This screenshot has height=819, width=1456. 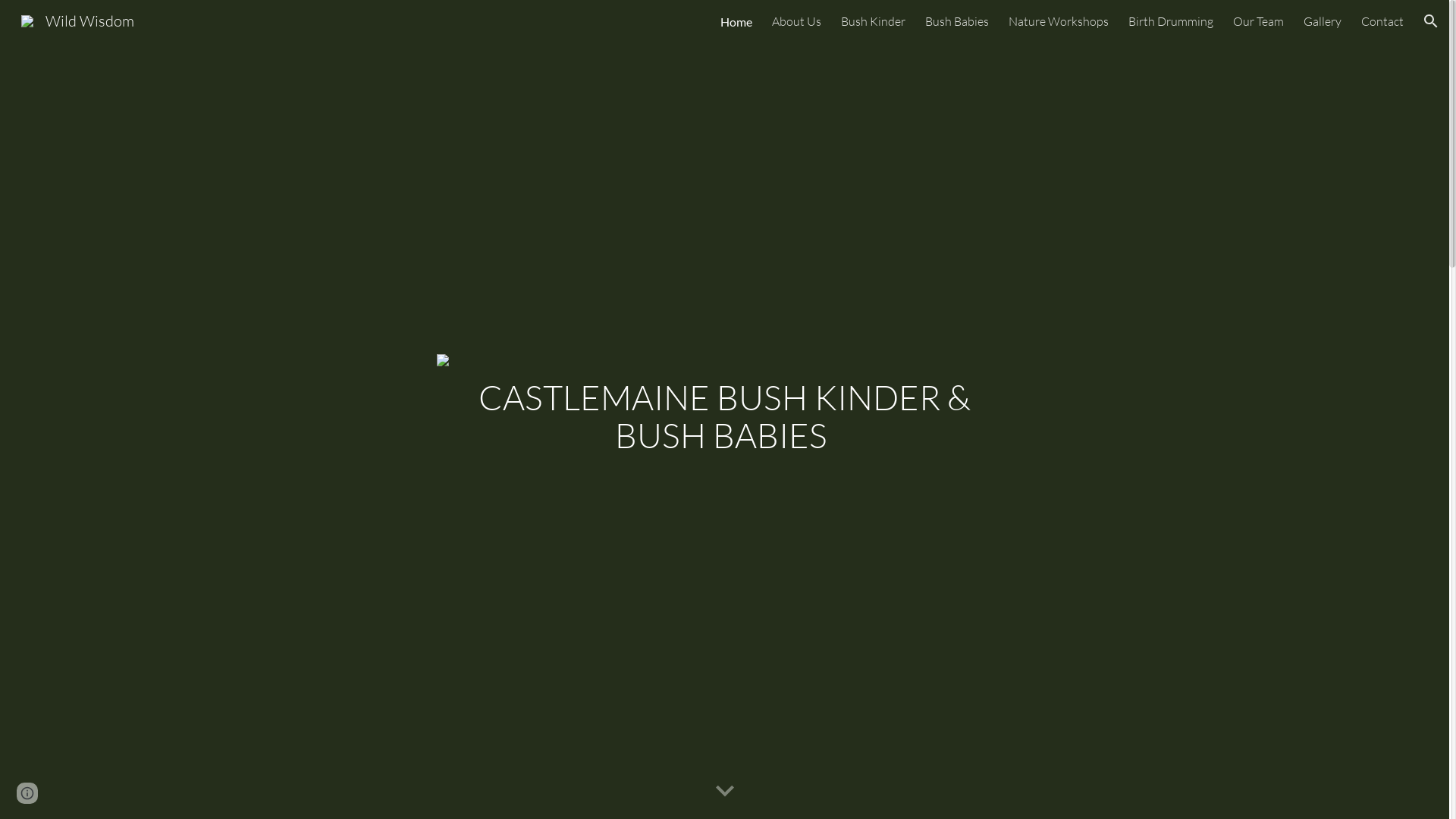 What do you see at coordinates (77, 19) in the screenshot?
I see `'Wild Wisdom'` at bounding box center [77, 19].